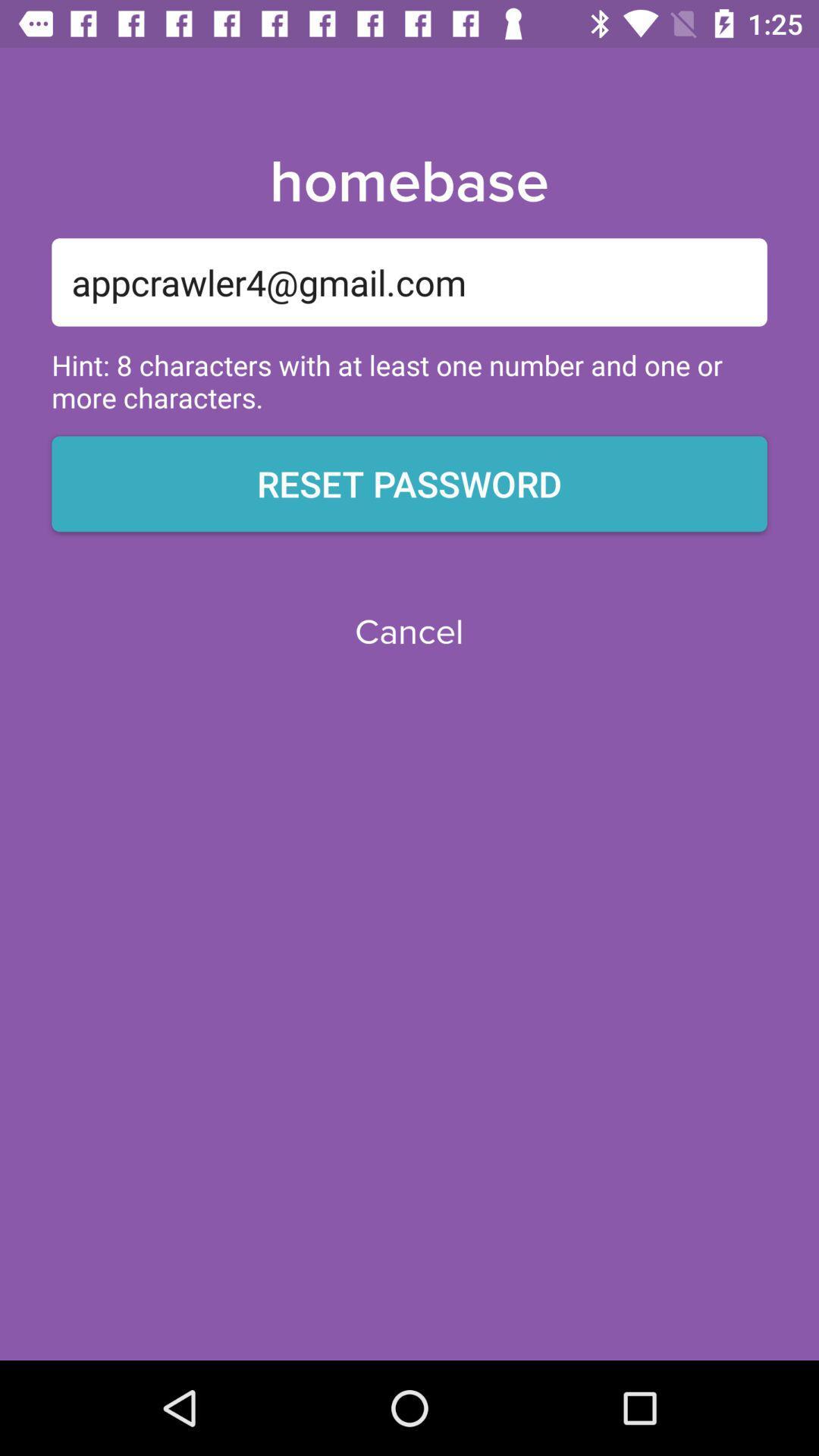 This screenshot has width=819, height=1456. I want to click on the item above the hint 8 characters item, so click(409, 282).